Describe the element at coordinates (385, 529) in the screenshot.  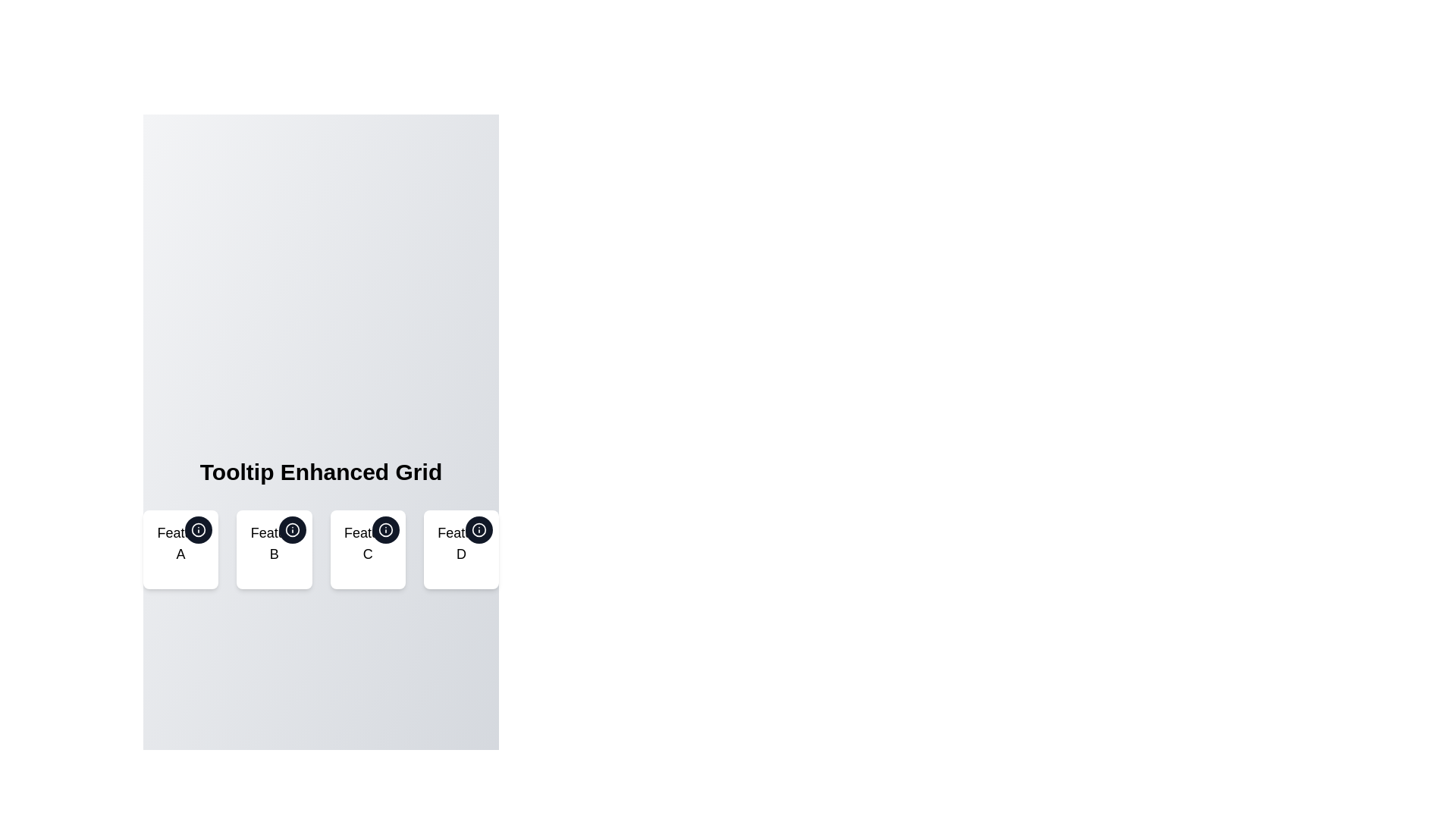
I see `the information icon within the 'Feat C' button for accessibility navigation` at that location.